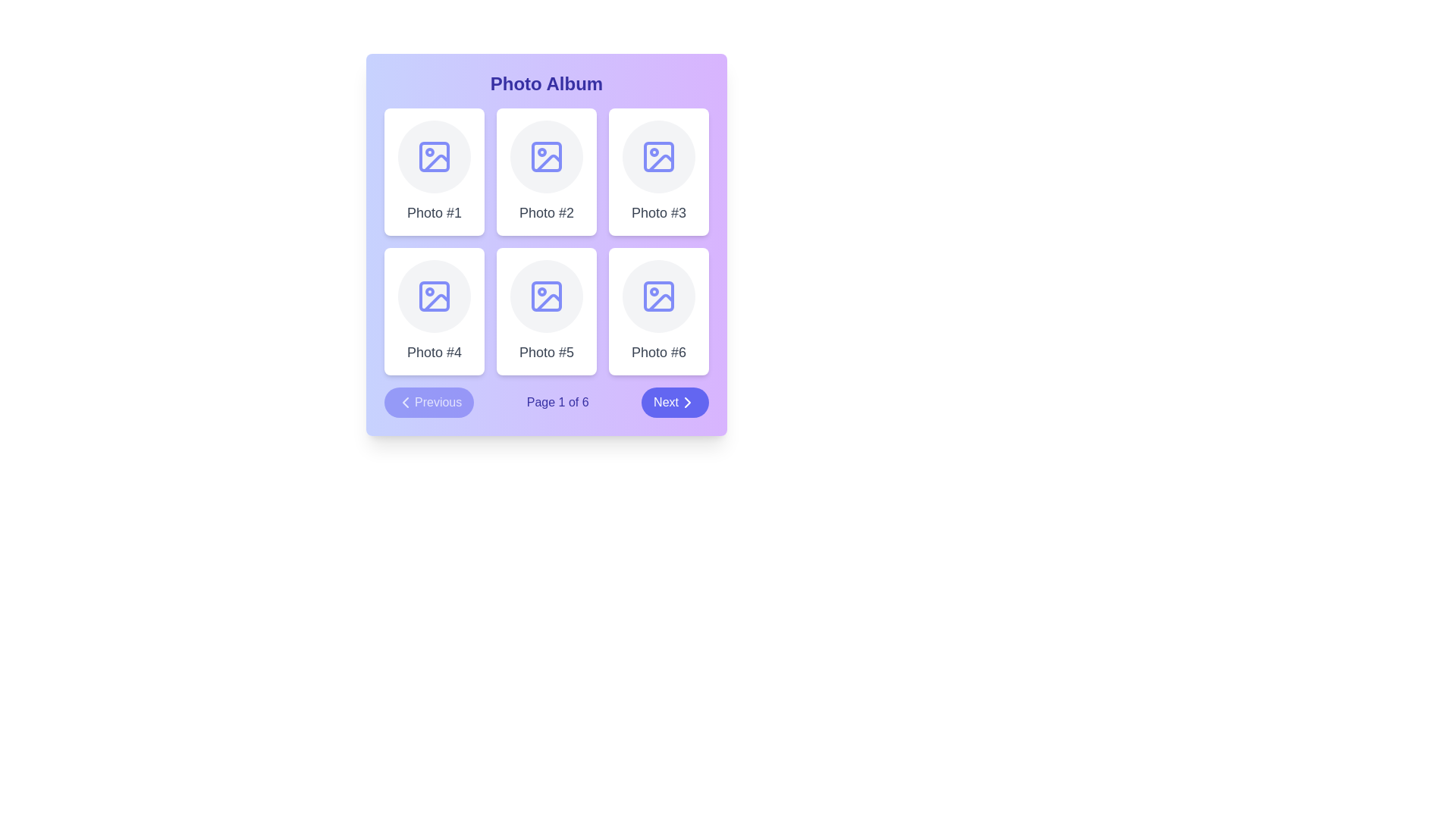 This screenshot has height=819, width=1456. Describe the element at coordinates (433, 157) in the screenshot. I see `the outermost rectangular part of the SVG icon located in the top-left corner of the photo grid in the photo album interface` at that location.